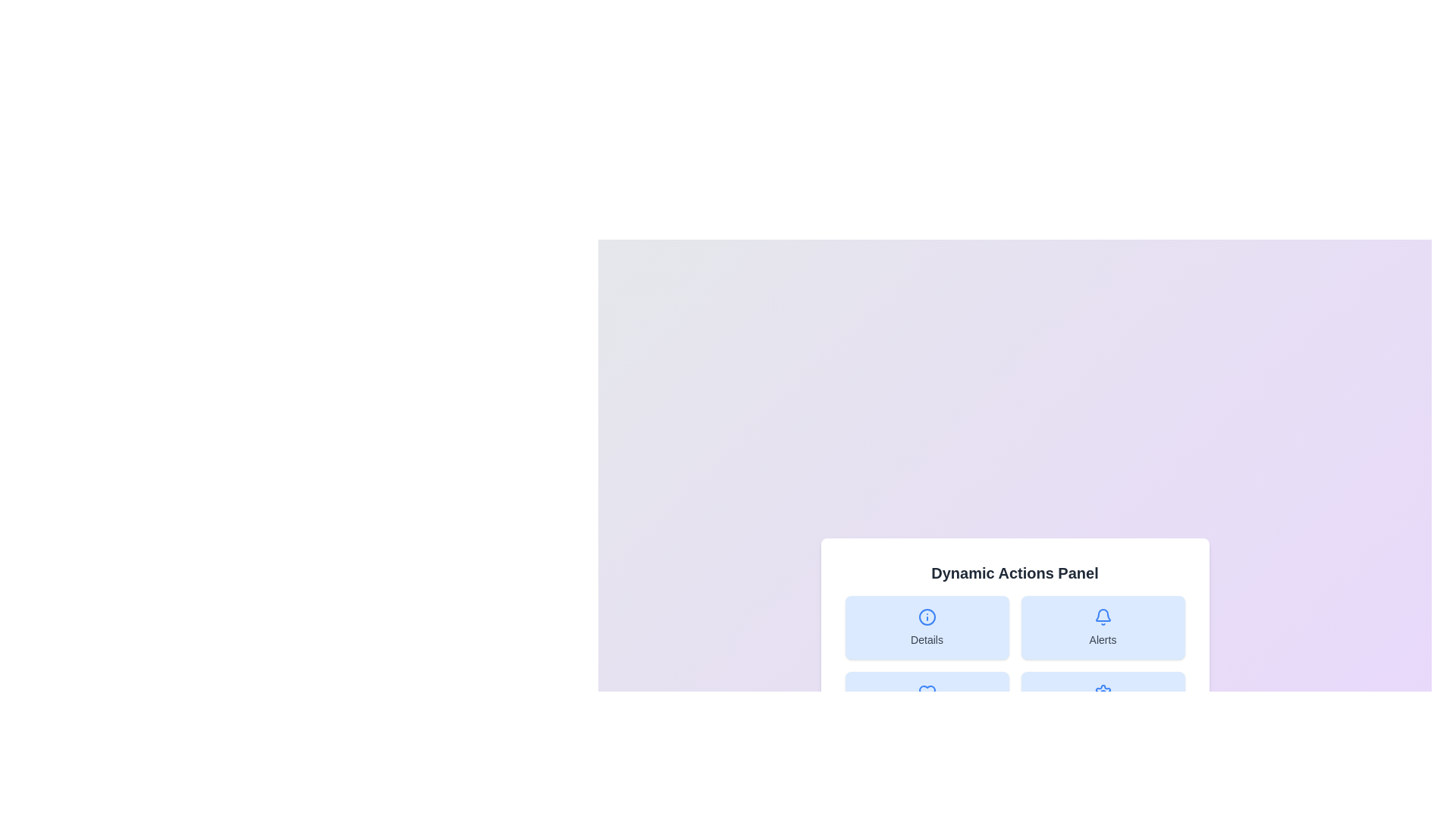  I want to click on the blue heart icon that is styled with thin, rounded lines and located above the 'Favorites' text in the Dynamic Actions Panel, so click(926, 693).